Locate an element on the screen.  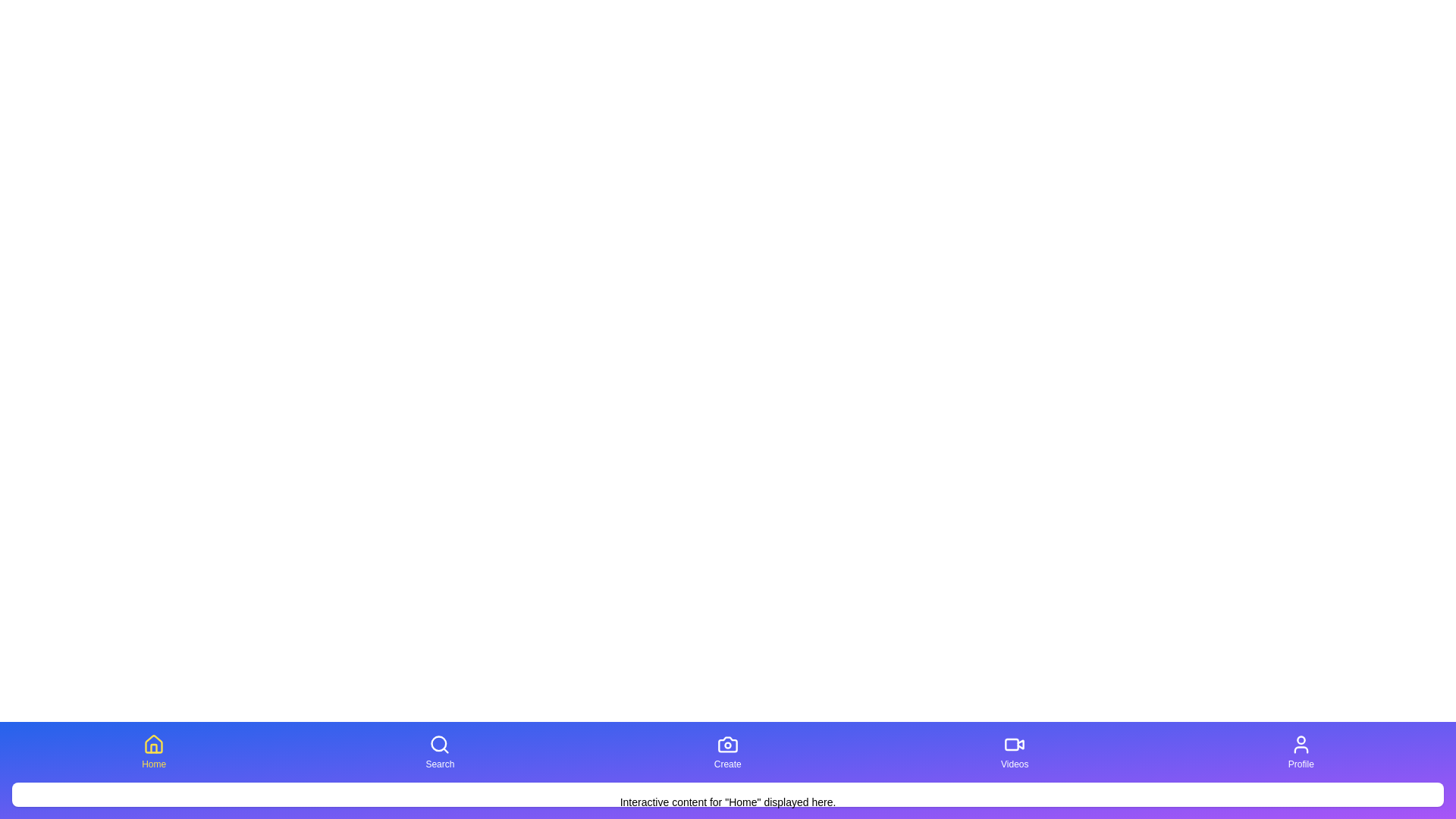
the button corresponding to Home is located at coordinates (153, 752).